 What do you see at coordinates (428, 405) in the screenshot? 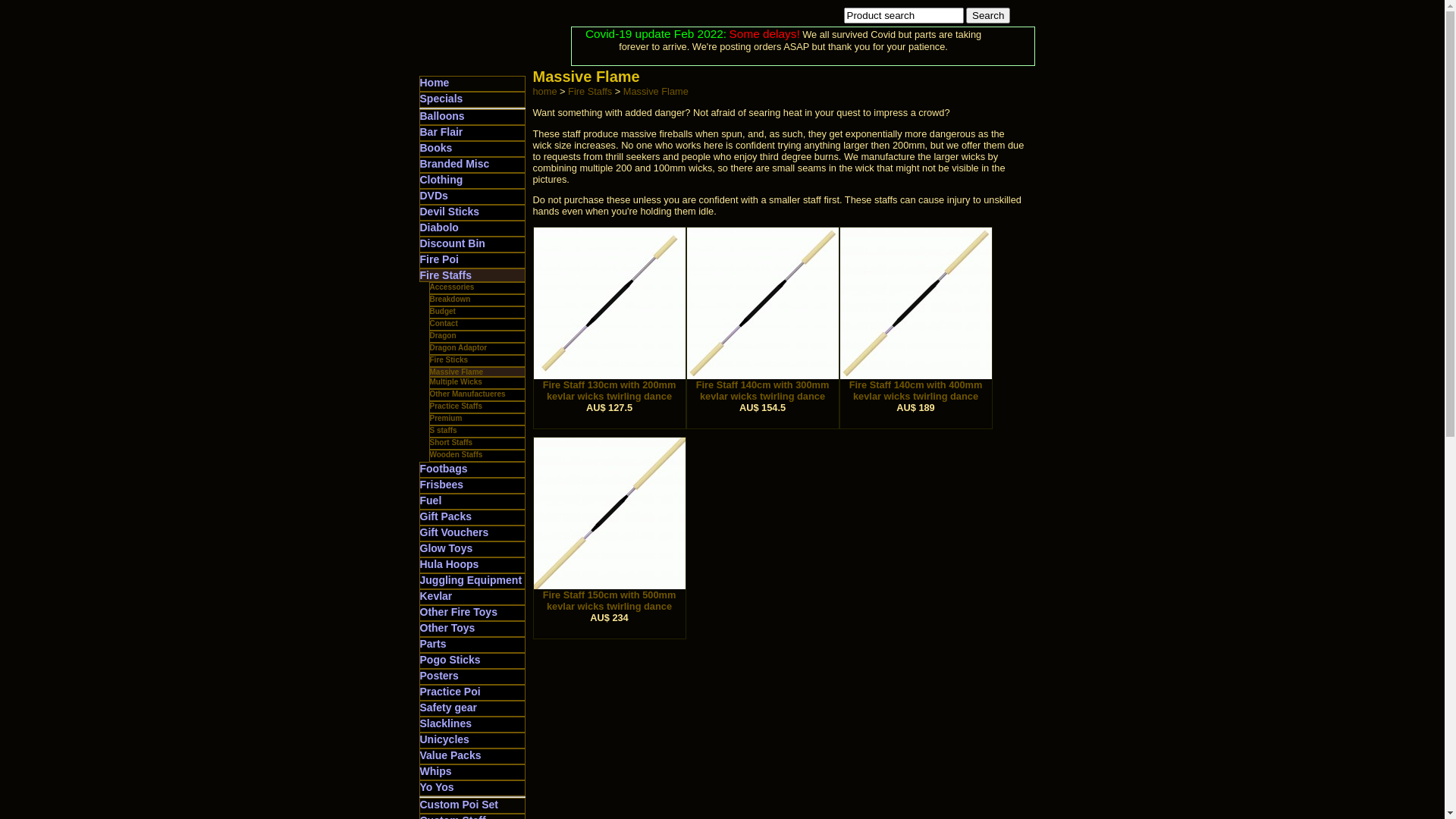
I see `'Practice Staffs'` at bounding box center [428, 405].